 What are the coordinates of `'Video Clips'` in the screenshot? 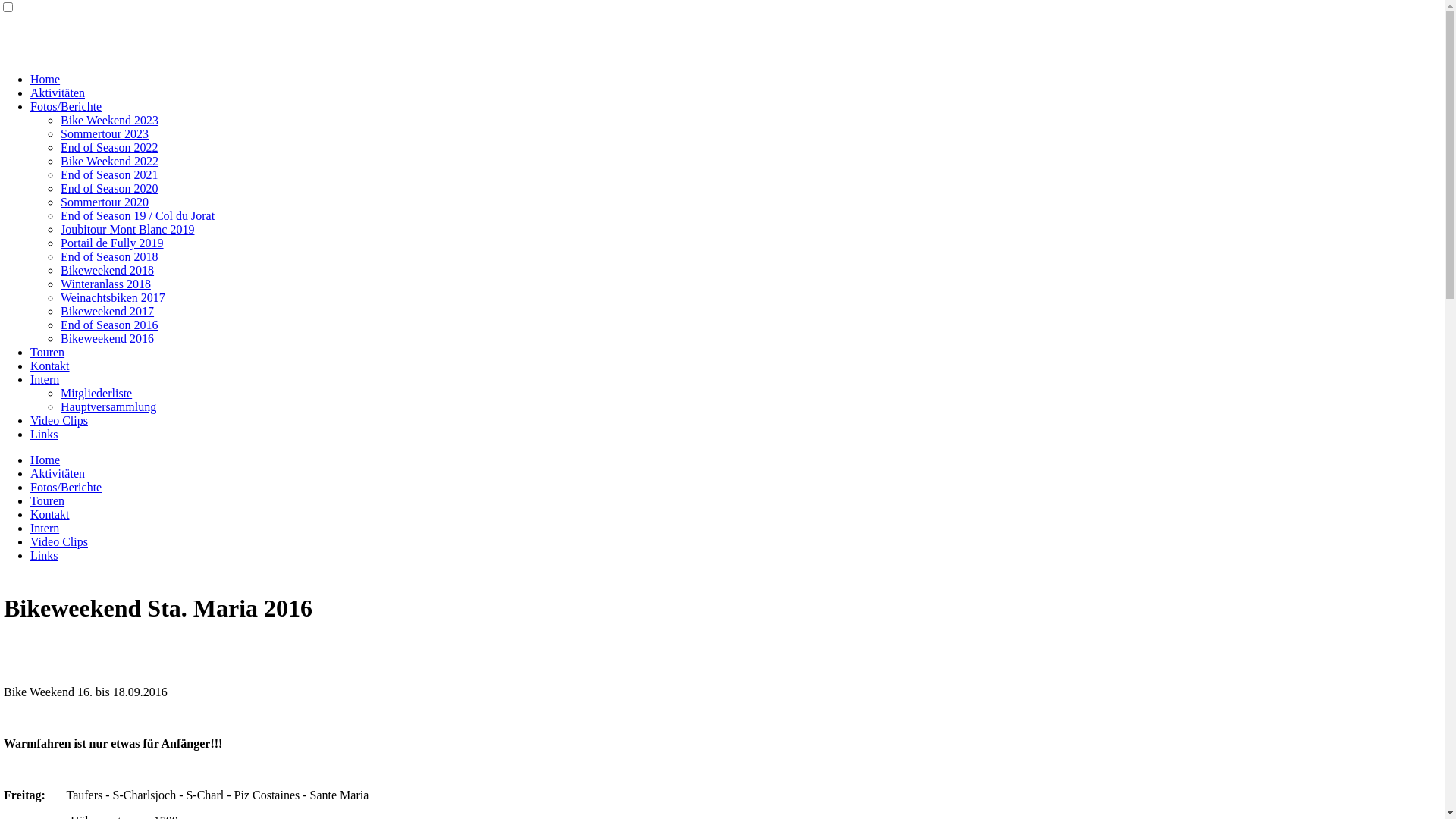 It's located at (30, 541).